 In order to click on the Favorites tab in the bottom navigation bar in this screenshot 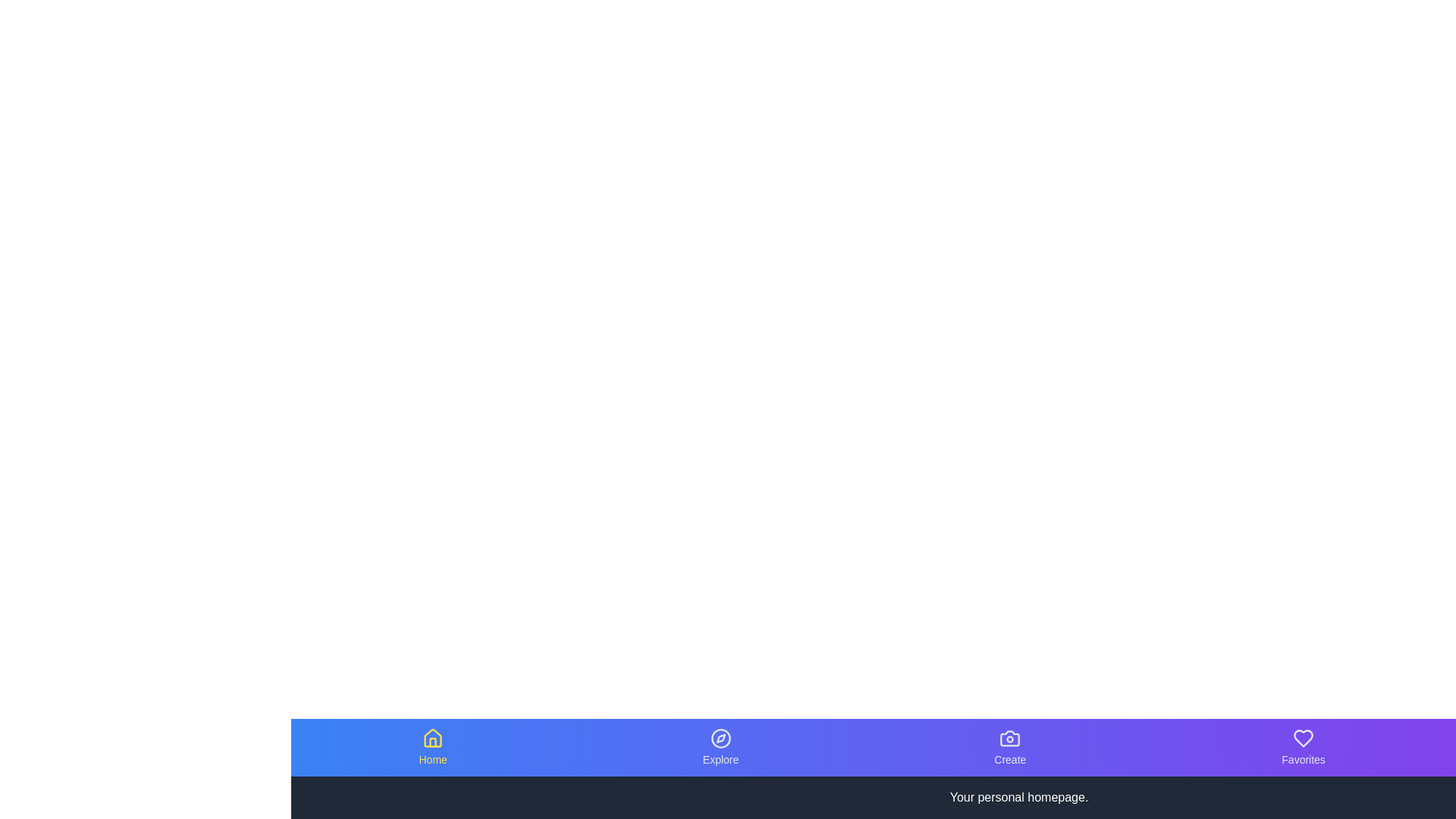, I will do `click(1302, 747)`.